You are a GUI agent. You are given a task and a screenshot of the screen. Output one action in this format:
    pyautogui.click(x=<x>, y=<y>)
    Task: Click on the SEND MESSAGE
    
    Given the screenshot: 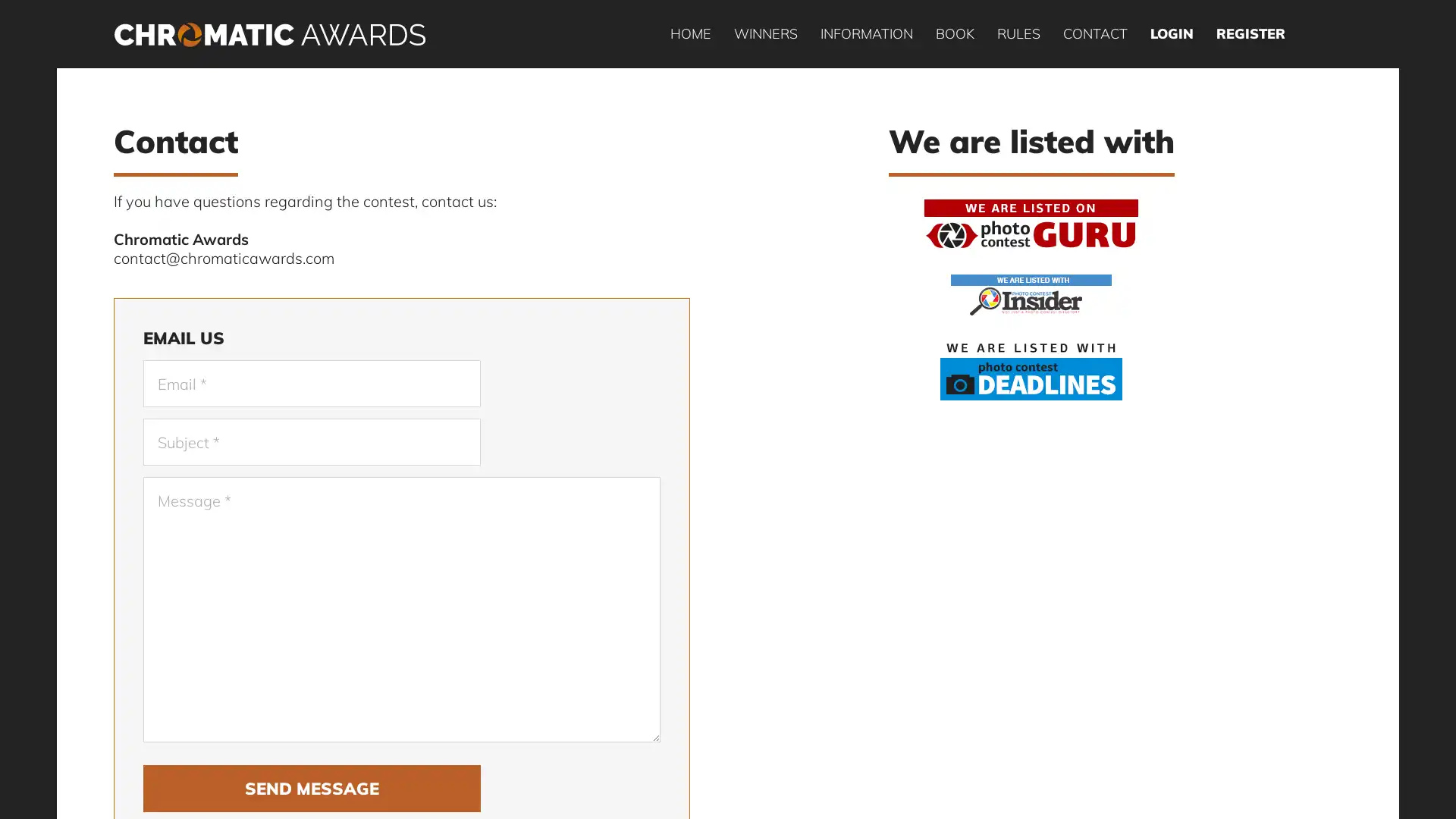 What is the action you would take?
    pyautogui.click(x=311, y=788)
    